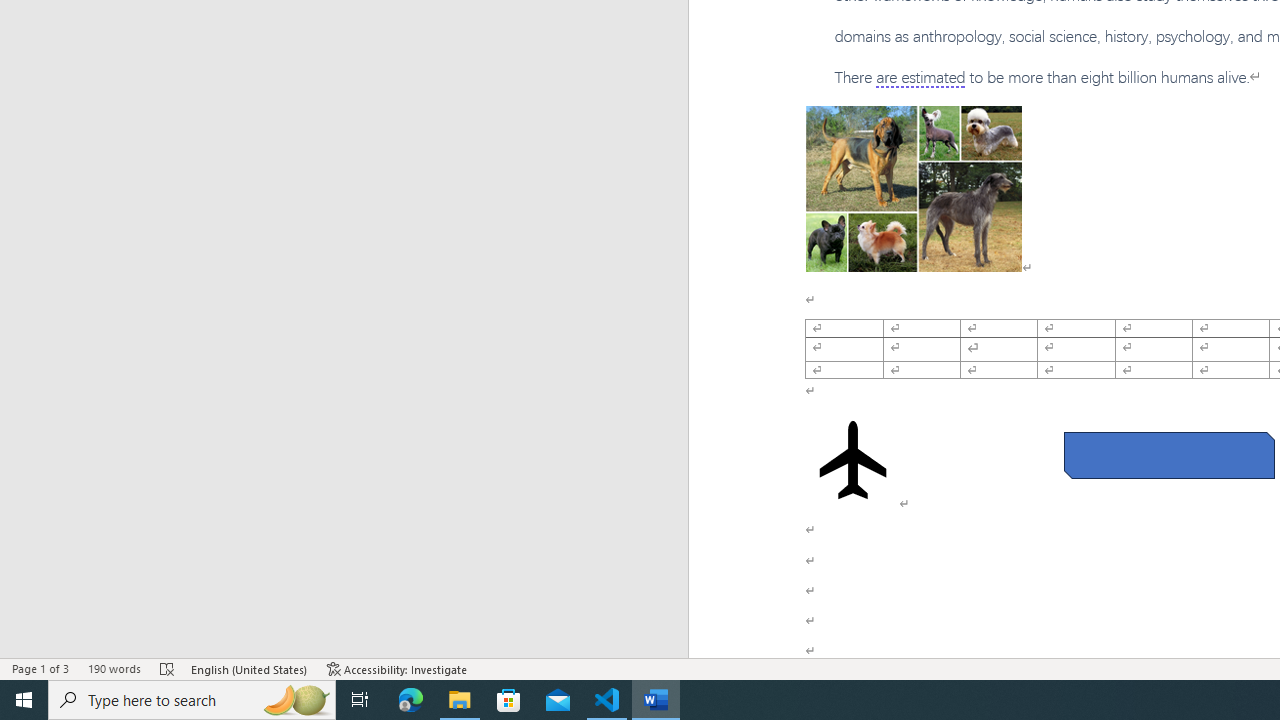 The height and width of the screenshot is (720, 1280). What do you see at coordinates (912, 189) in the screenshot?
I see `'Morphological variation in six dogs'` at bounding box center [912, 189].